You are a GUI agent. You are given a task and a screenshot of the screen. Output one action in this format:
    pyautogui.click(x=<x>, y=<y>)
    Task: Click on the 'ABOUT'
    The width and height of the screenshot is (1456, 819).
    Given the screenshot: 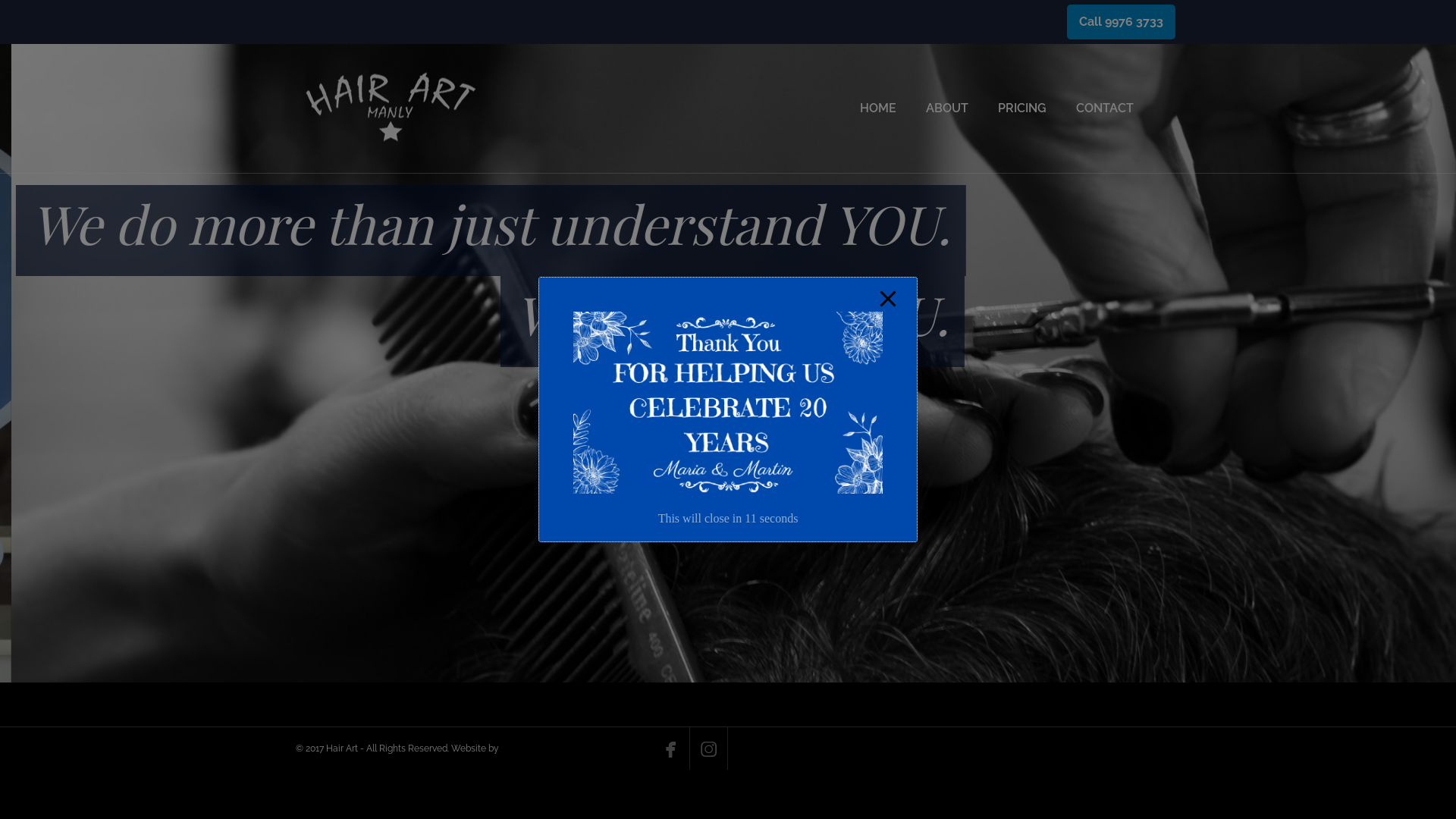 What is the action you would take?
    pyautogui.click(x=946, y=107)
    